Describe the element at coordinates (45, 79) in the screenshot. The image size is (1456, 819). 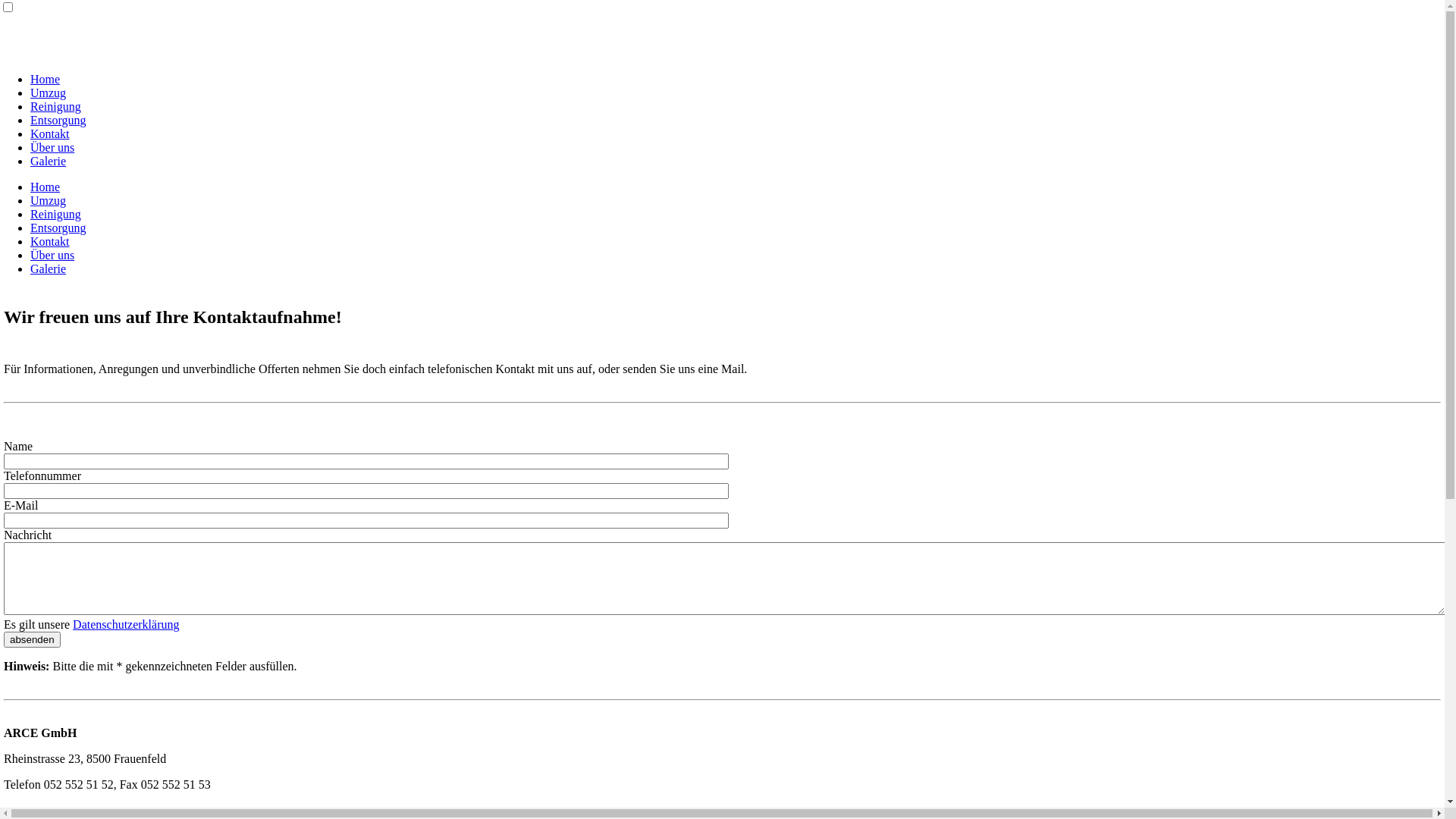
I see `'Home'` at that location.